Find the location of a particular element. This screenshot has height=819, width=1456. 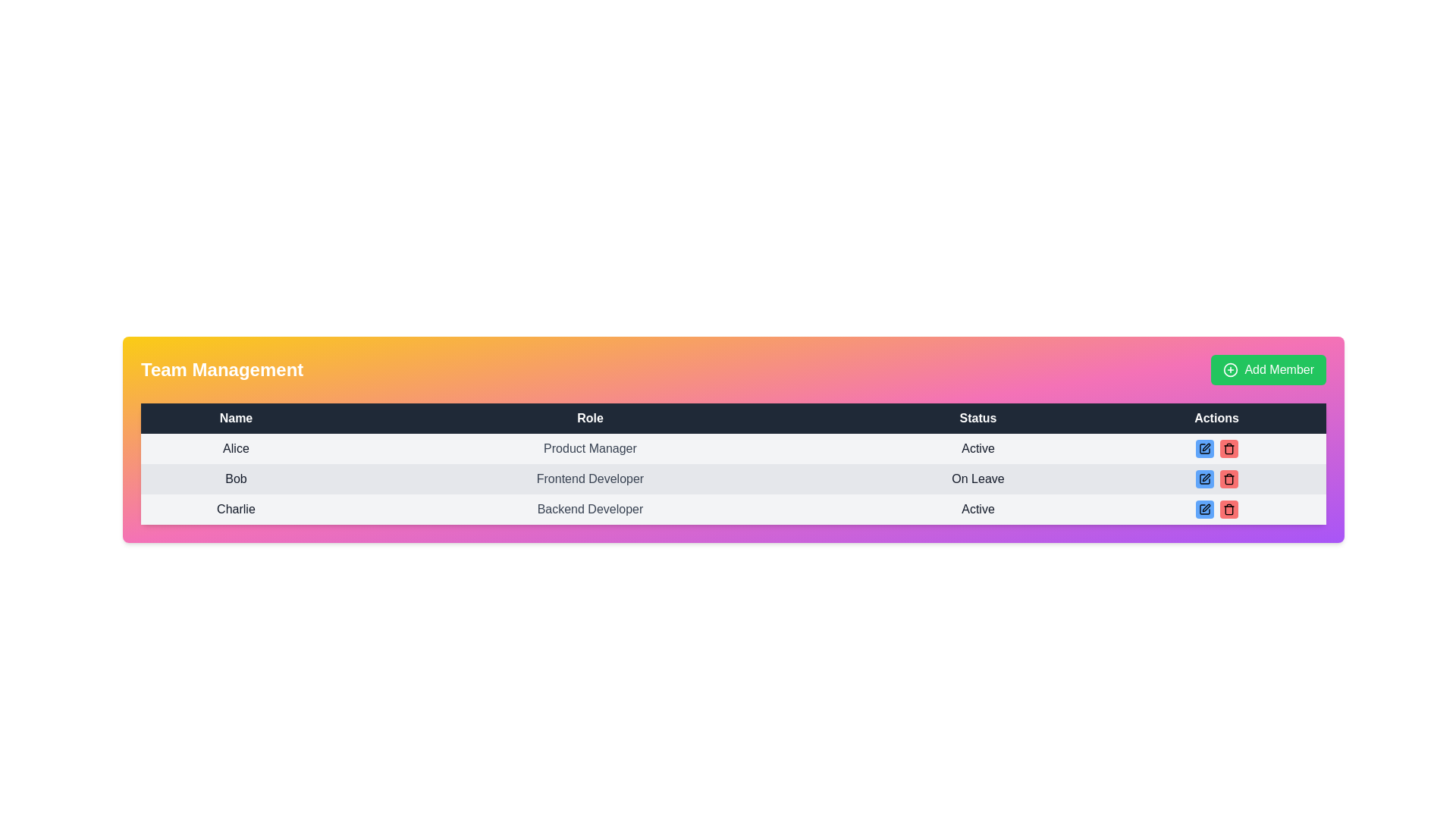

the text label indicating the current status of 'Alice' as 'Active', which is the third element in the horizontal row of the table under the 'Status' column is located at coordinates (978, 447).